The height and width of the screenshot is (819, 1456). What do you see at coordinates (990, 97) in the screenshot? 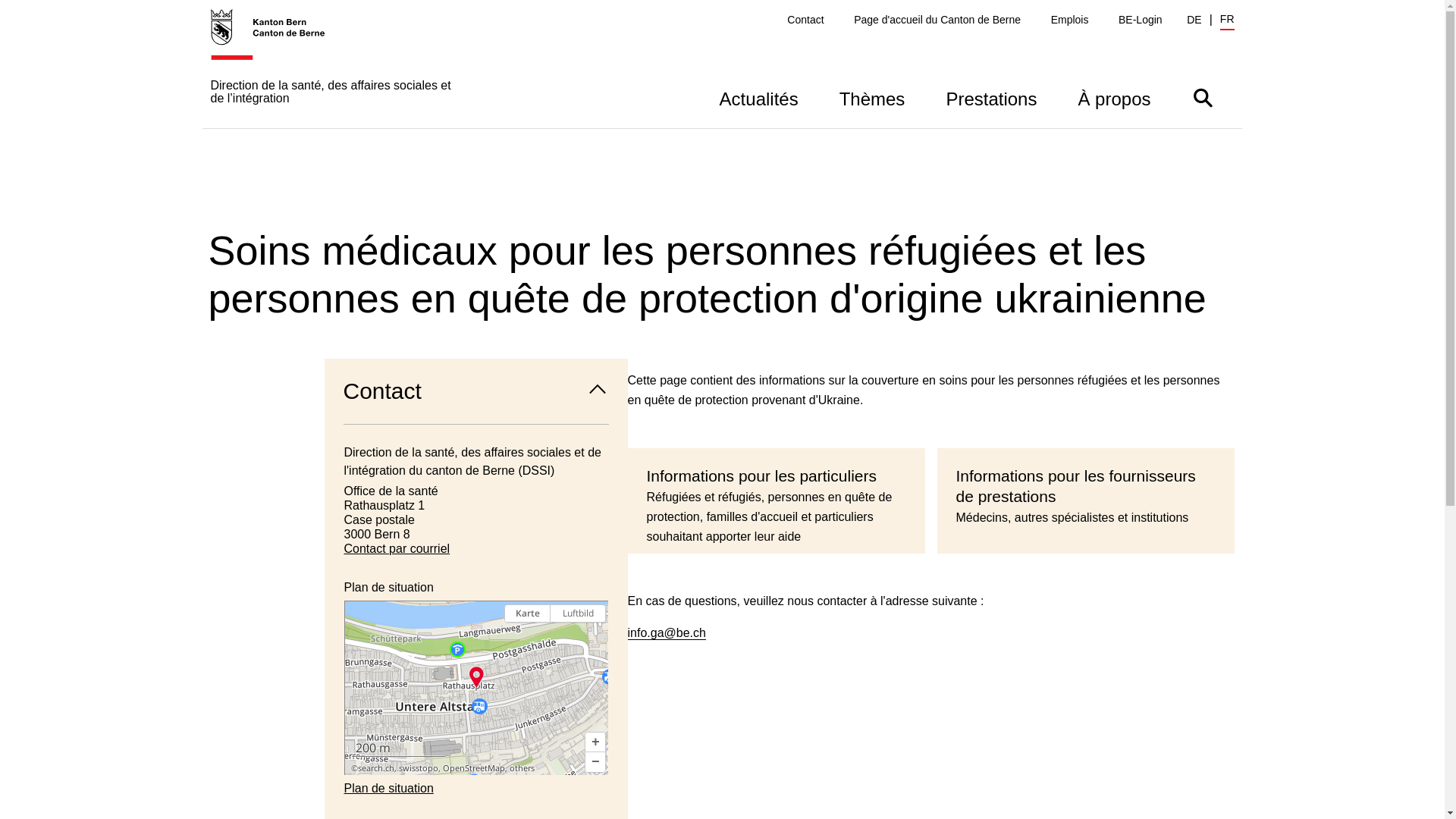
I see `'Prestations'` at bounding box center [990, 97].